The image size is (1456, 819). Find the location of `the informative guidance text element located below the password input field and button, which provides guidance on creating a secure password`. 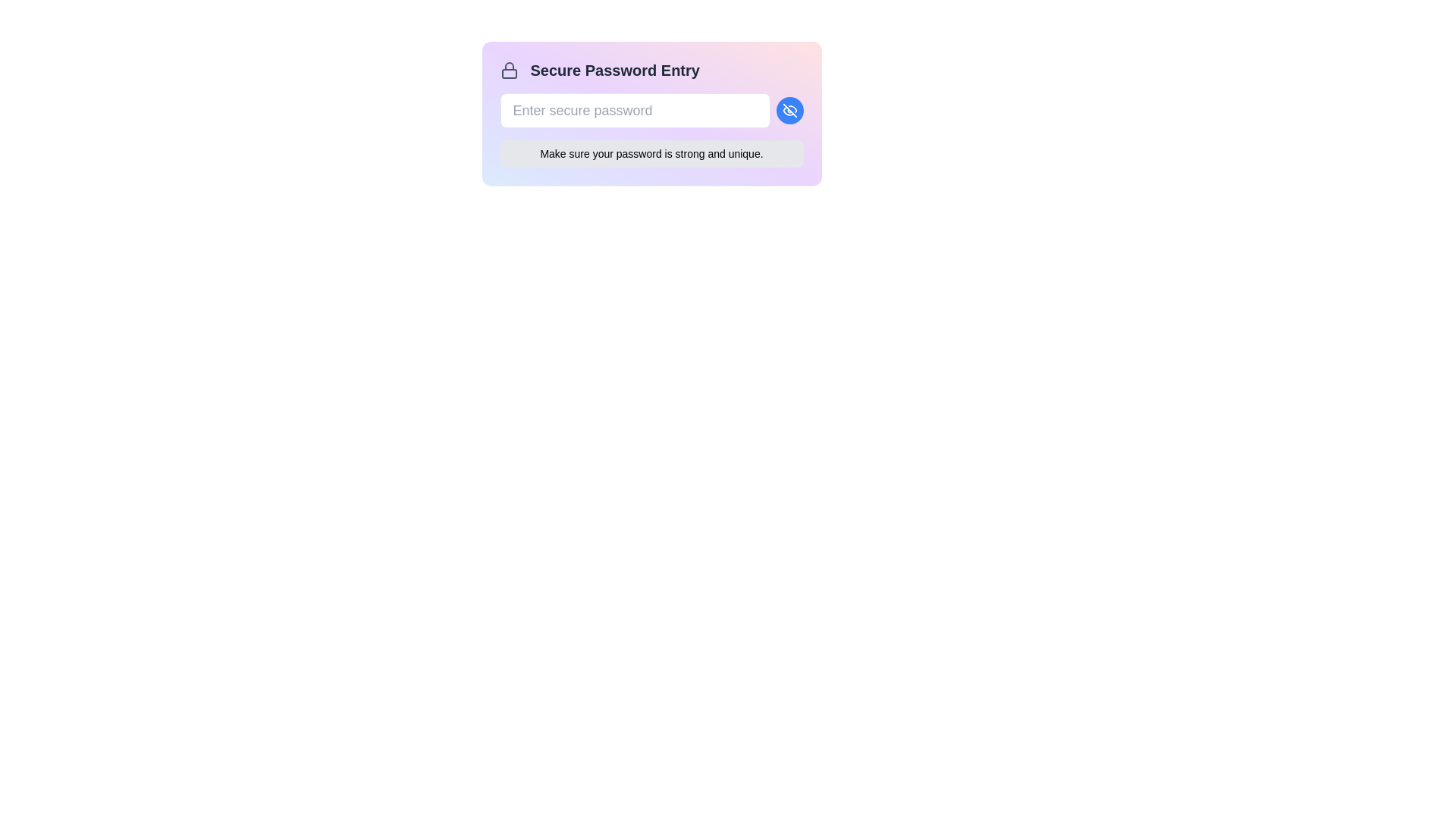

the informative guidance text element located below the password input field and button, which provides guidance on creating a secure password is located at coordinates (651, 154).